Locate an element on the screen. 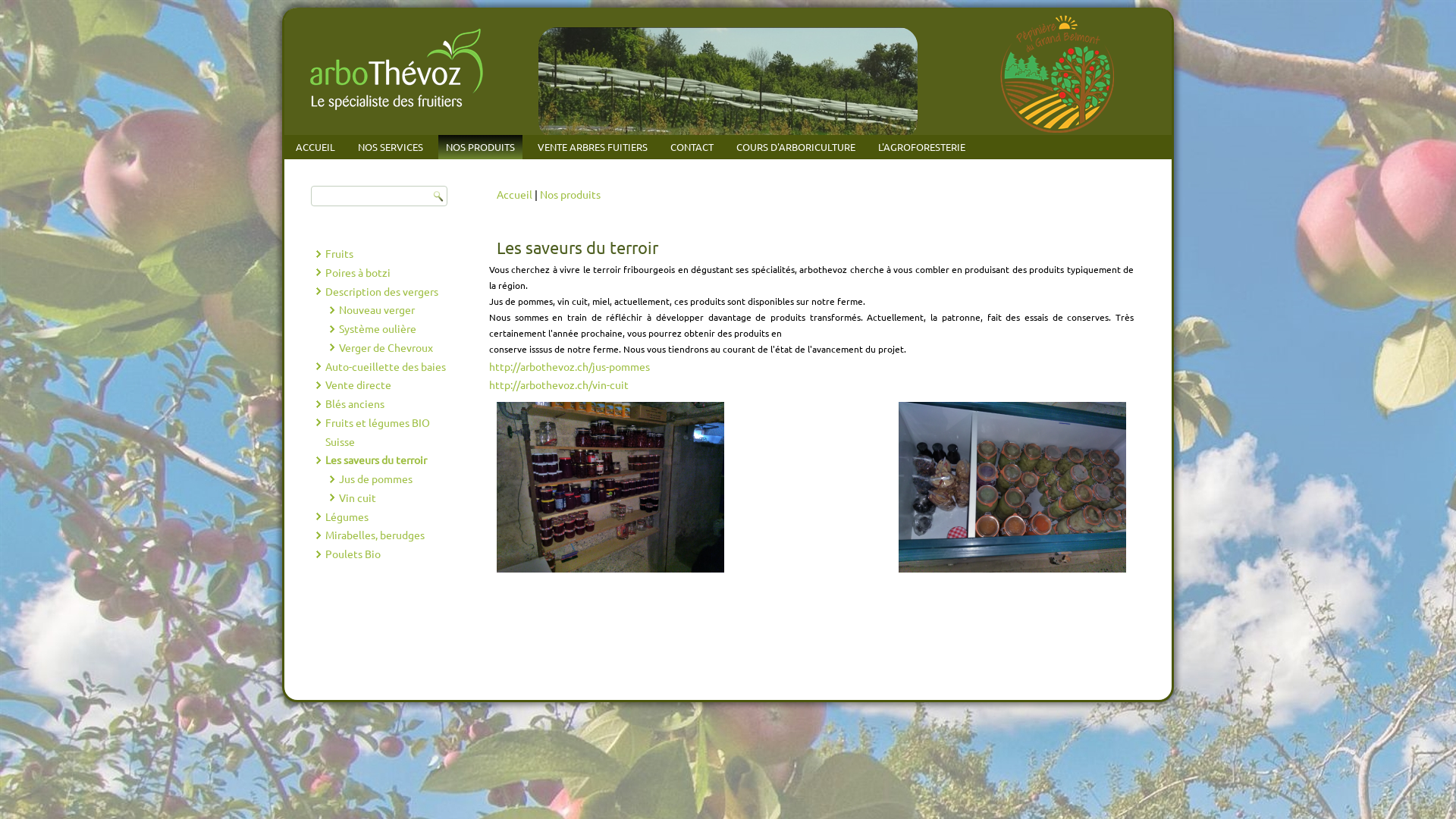 This screenshot has width=1456, height=819. 'COURS D'ARBORICULTURE' is located at coordinates (728, 146).